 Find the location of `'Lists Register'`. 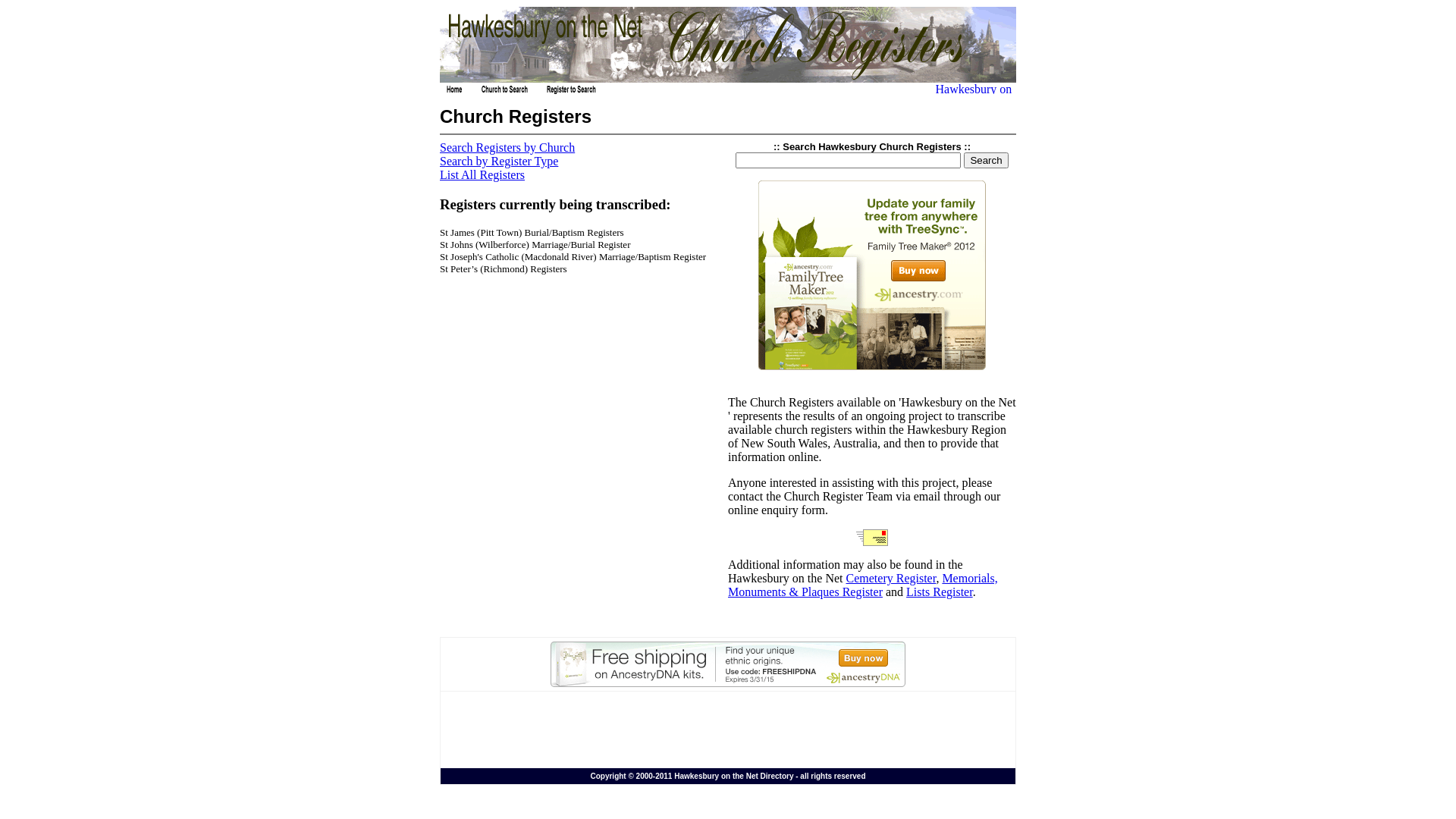

'Lists Register' is located at coordinates (906, 591).